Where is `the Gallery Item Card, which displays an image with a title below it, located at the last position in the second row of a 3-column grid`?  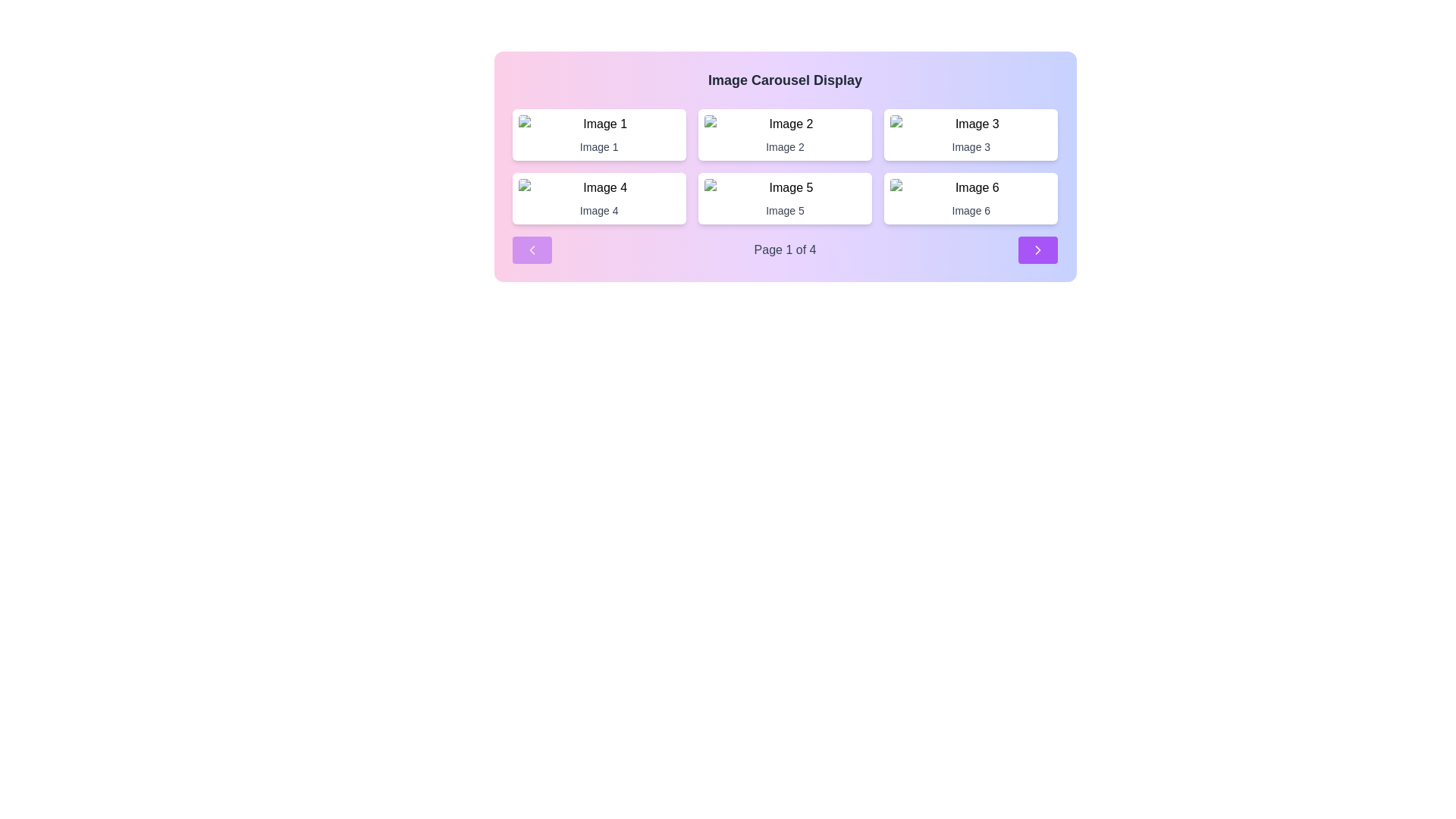 the Gallery Item Card, which displays an image with a title below it, located at the last position in the second row of a 3-column grid is located at coordinates (971, 198).